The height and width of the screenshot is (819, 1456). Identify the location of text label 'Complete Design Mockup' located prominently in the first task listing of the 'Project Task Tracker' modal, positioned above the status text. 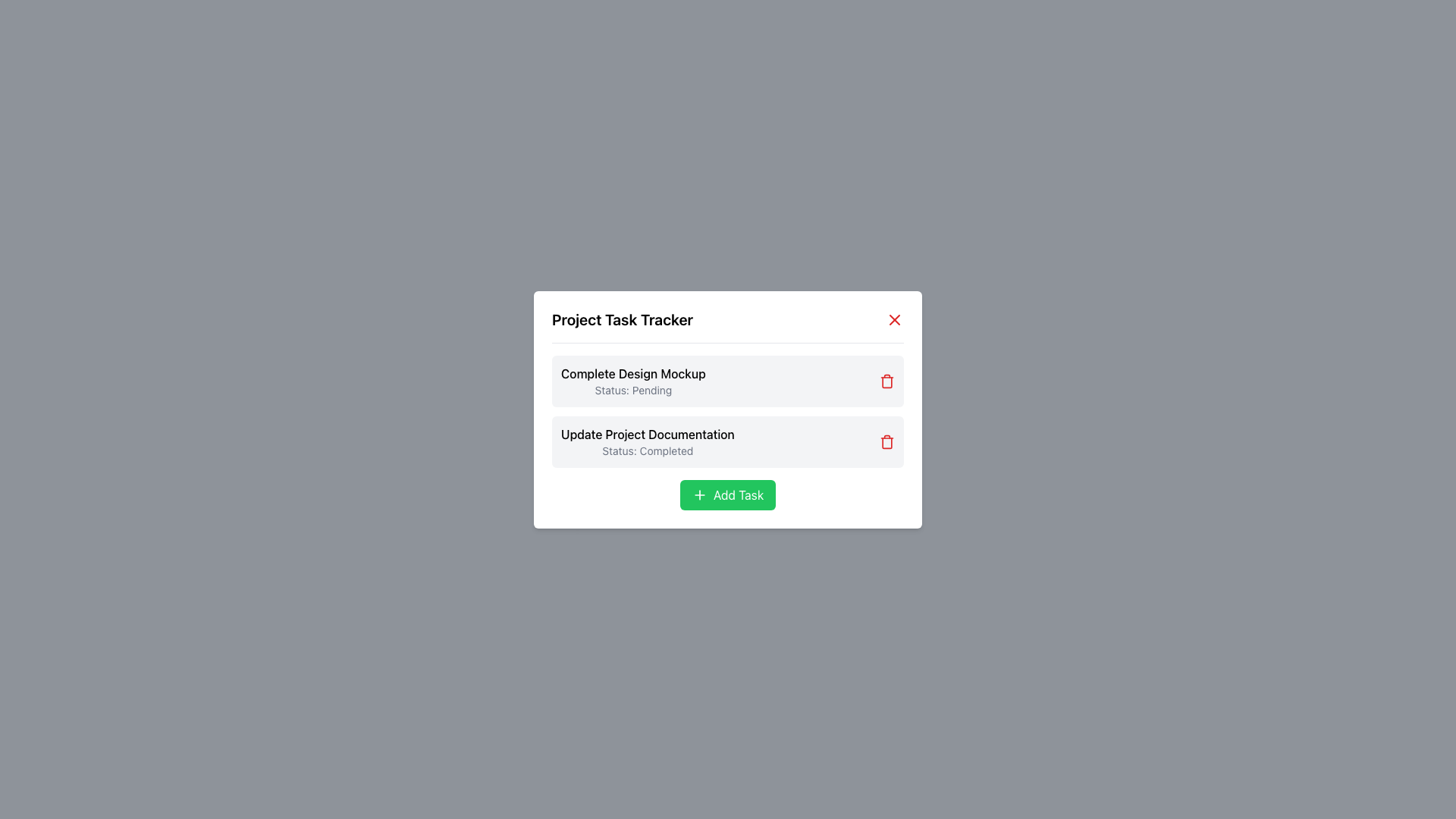
(633, 373).